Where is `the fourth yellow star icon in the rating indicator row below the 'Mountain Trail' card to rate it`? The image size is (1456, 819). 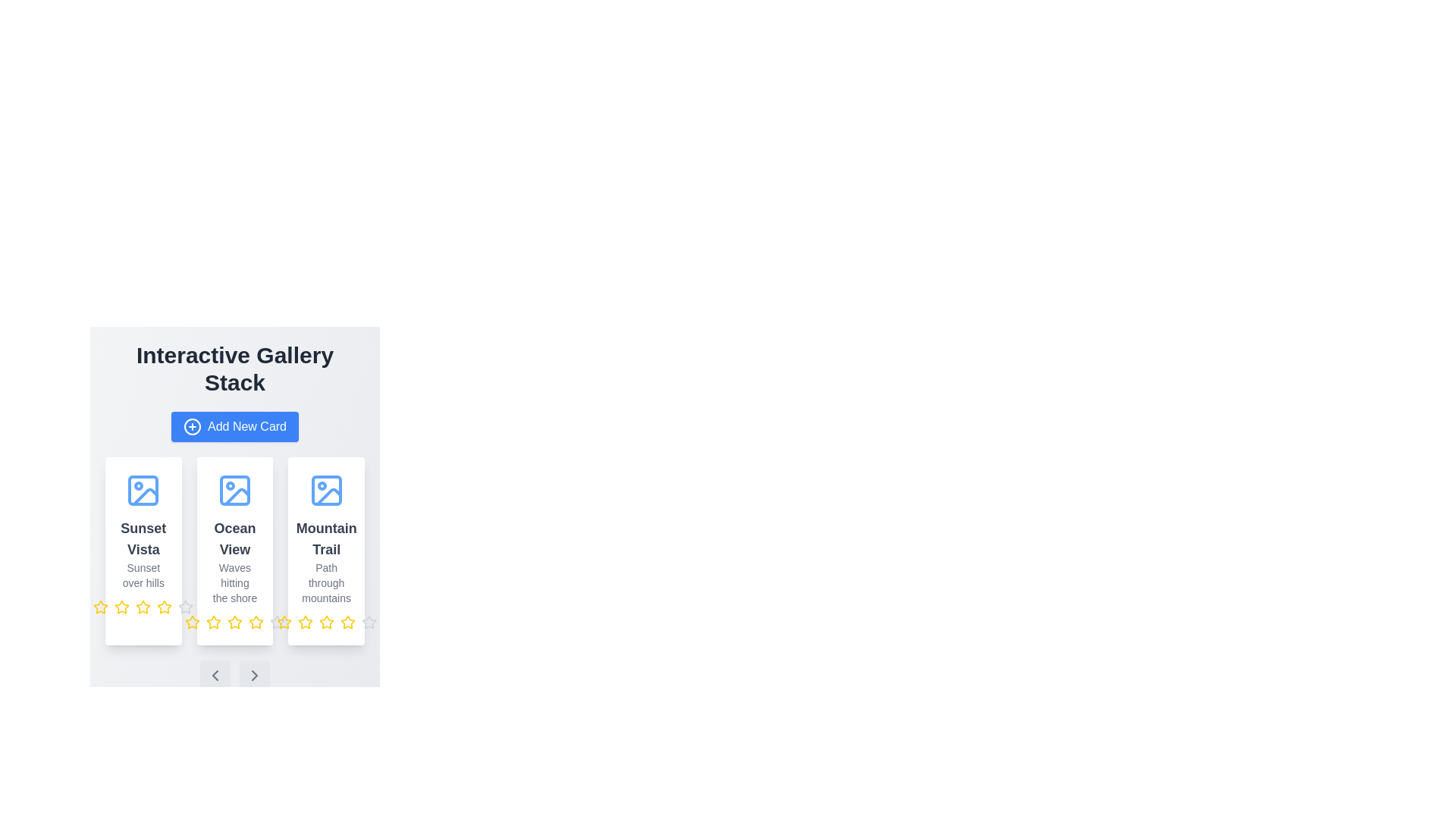
the fourth yellow star icon in the rating indicator row below the 'Mountain Trail' card to rate it is located at coordinates (284, 622).